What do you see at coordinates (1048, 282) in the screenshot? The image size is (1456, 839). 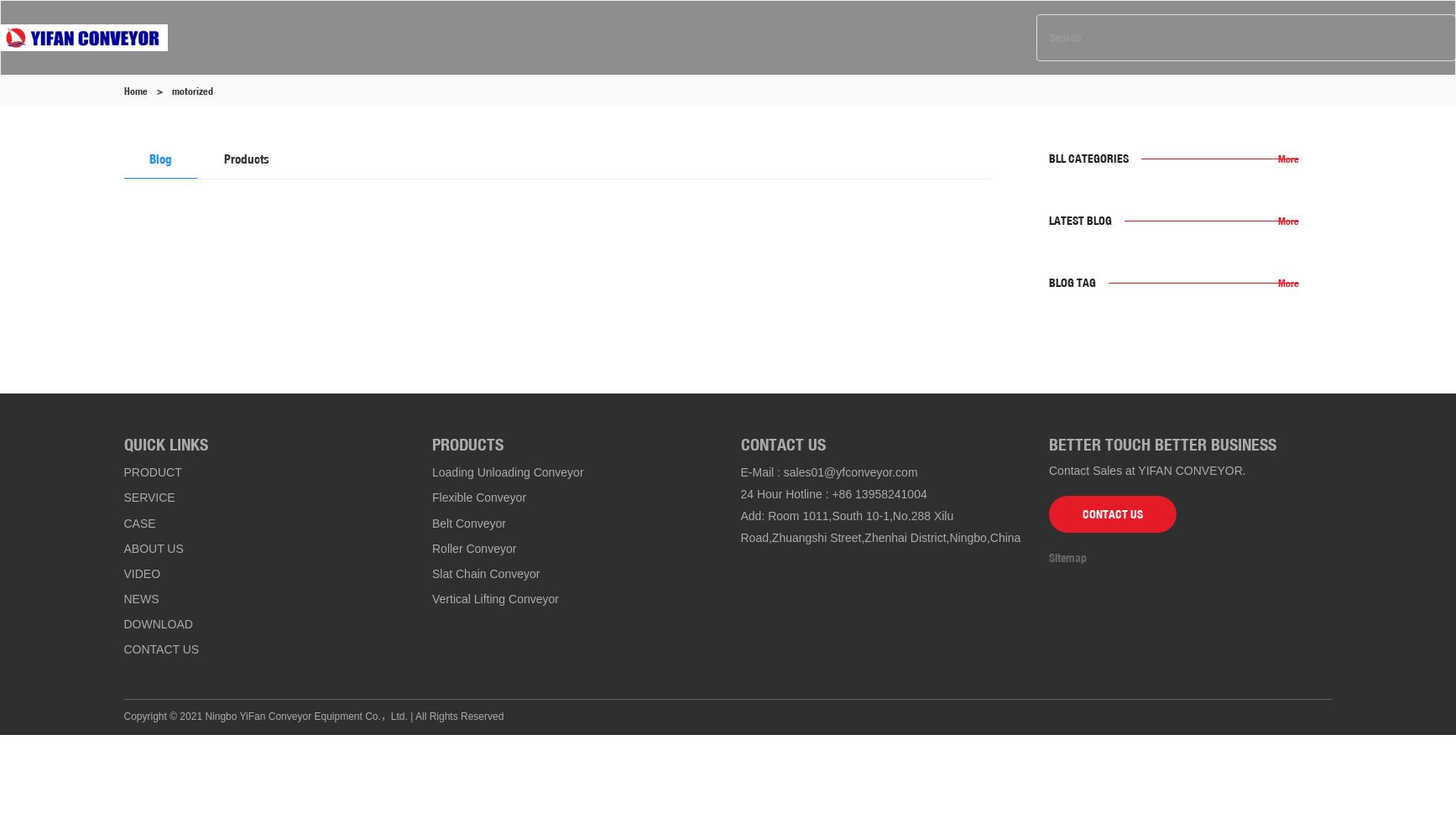 I see `'Blog Tag'` at bounding box center [1048, 282].